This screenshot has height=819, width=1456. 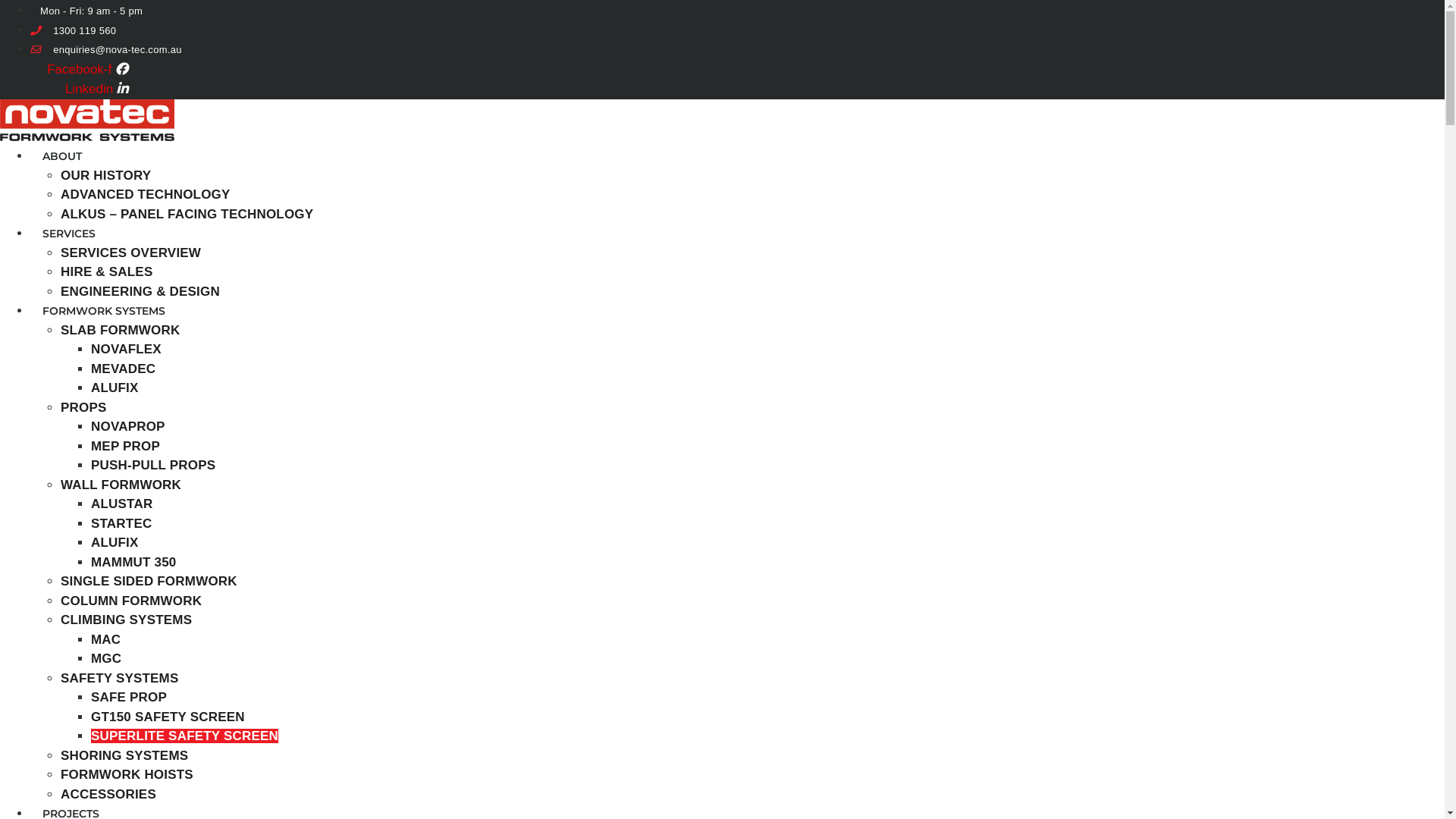 I want to click on 'FORMWORK HOISTS', so click(x=127, y=774).